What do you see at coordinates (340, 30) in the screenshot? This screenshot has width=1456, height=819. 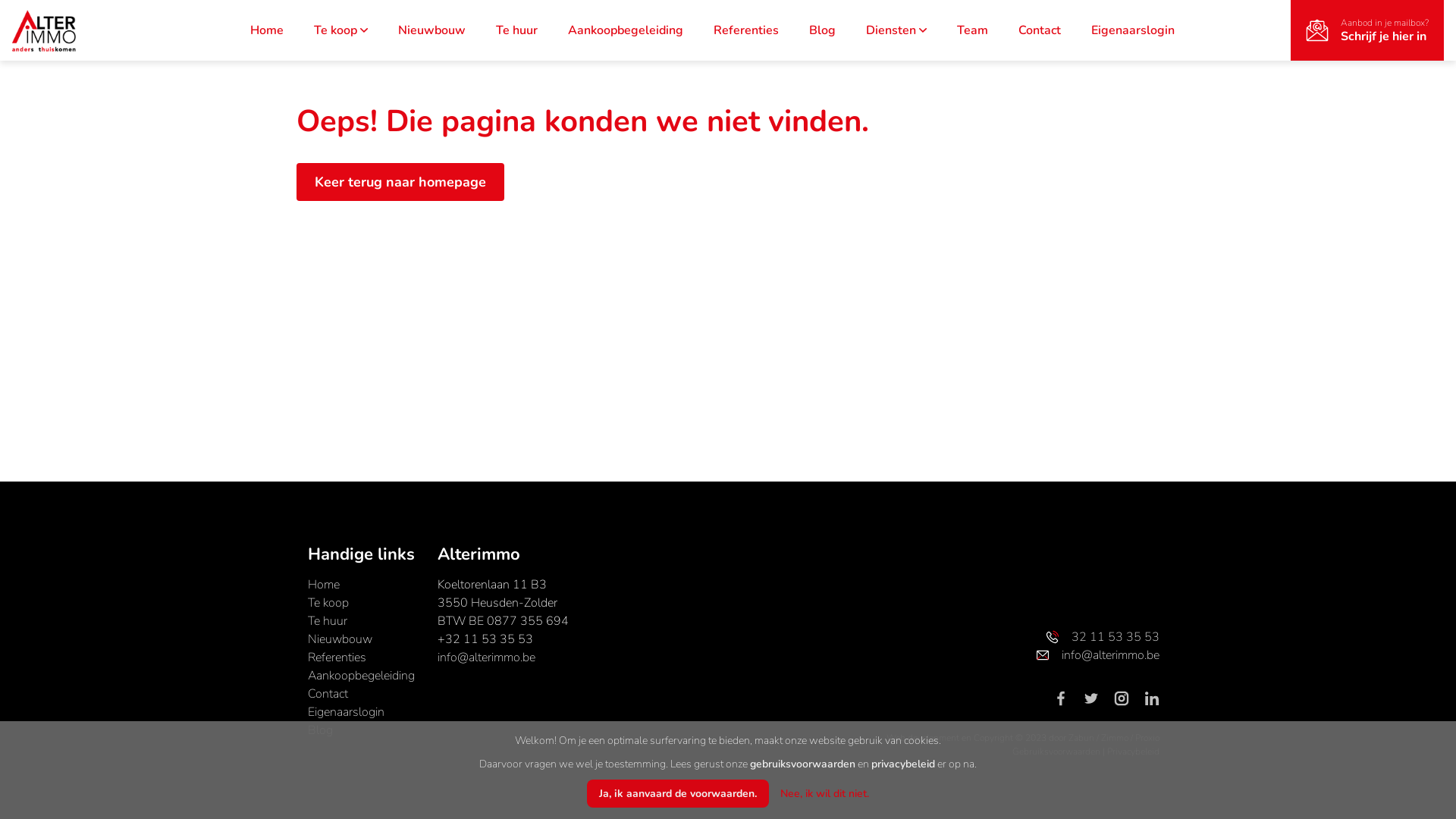 I see `'Te koop'` at bounding box center [340, 30].